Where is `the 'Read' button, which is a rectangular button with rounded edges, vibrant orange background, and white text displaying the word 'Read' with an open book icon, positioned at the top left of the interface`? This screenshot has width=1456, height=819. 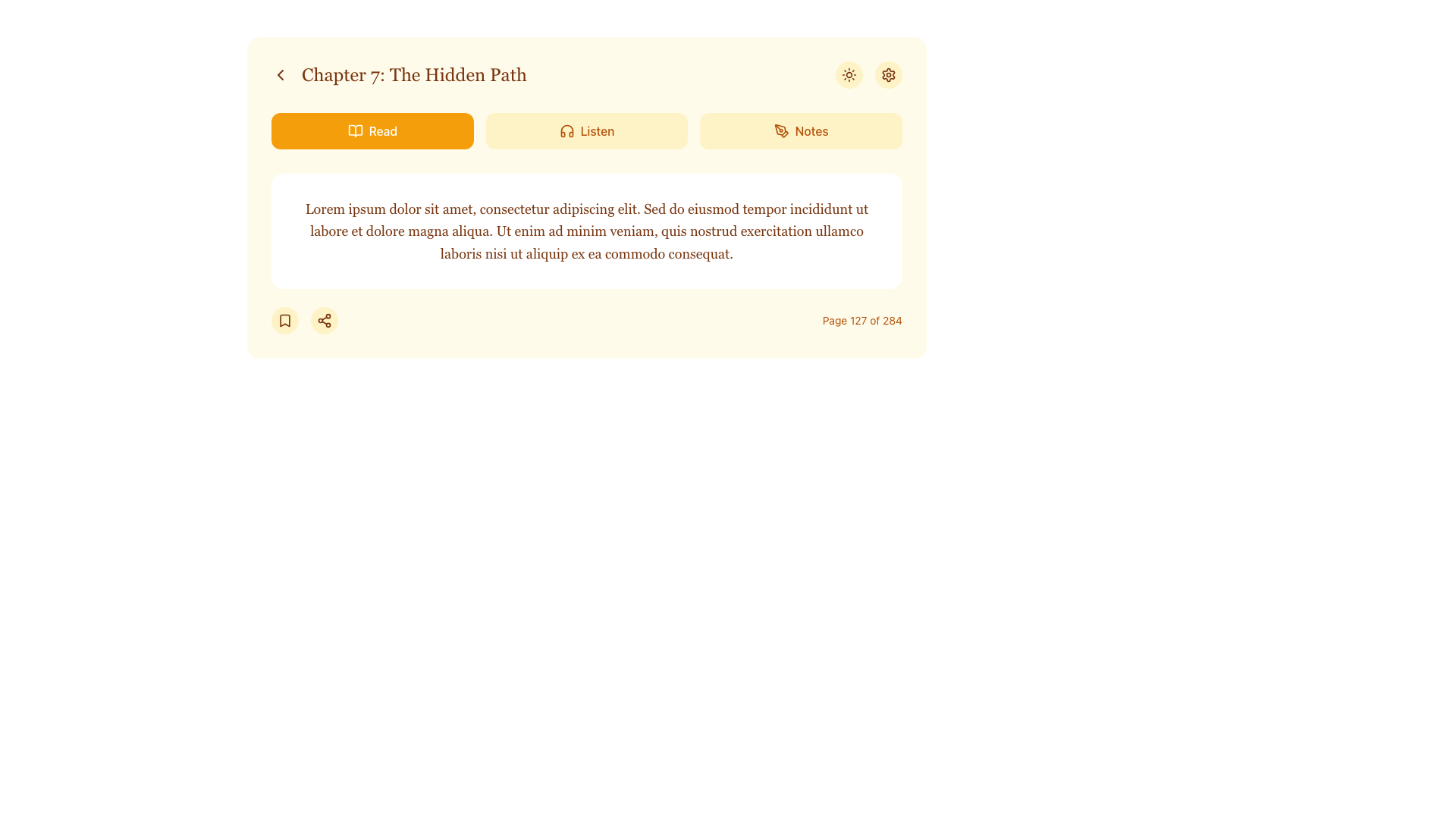 the 'Read' button, which is a rectangular button with rounded edges, vibrant orange background, and white text displaying the word 'Read' with an open book icon, positioned at the top left of the interface is located at coordinates (372, 130).